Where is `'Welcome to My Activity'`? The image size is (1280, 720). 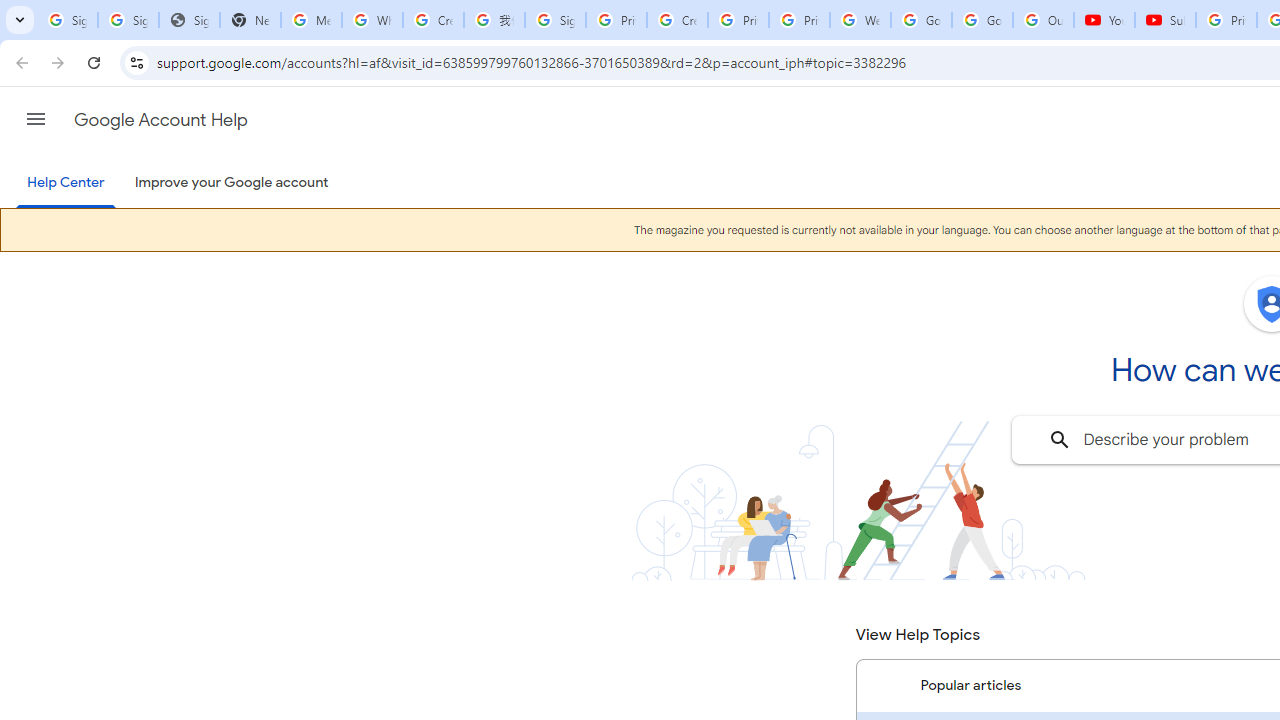
'Welcome to My Activity' is located at coordinates (860, 20).